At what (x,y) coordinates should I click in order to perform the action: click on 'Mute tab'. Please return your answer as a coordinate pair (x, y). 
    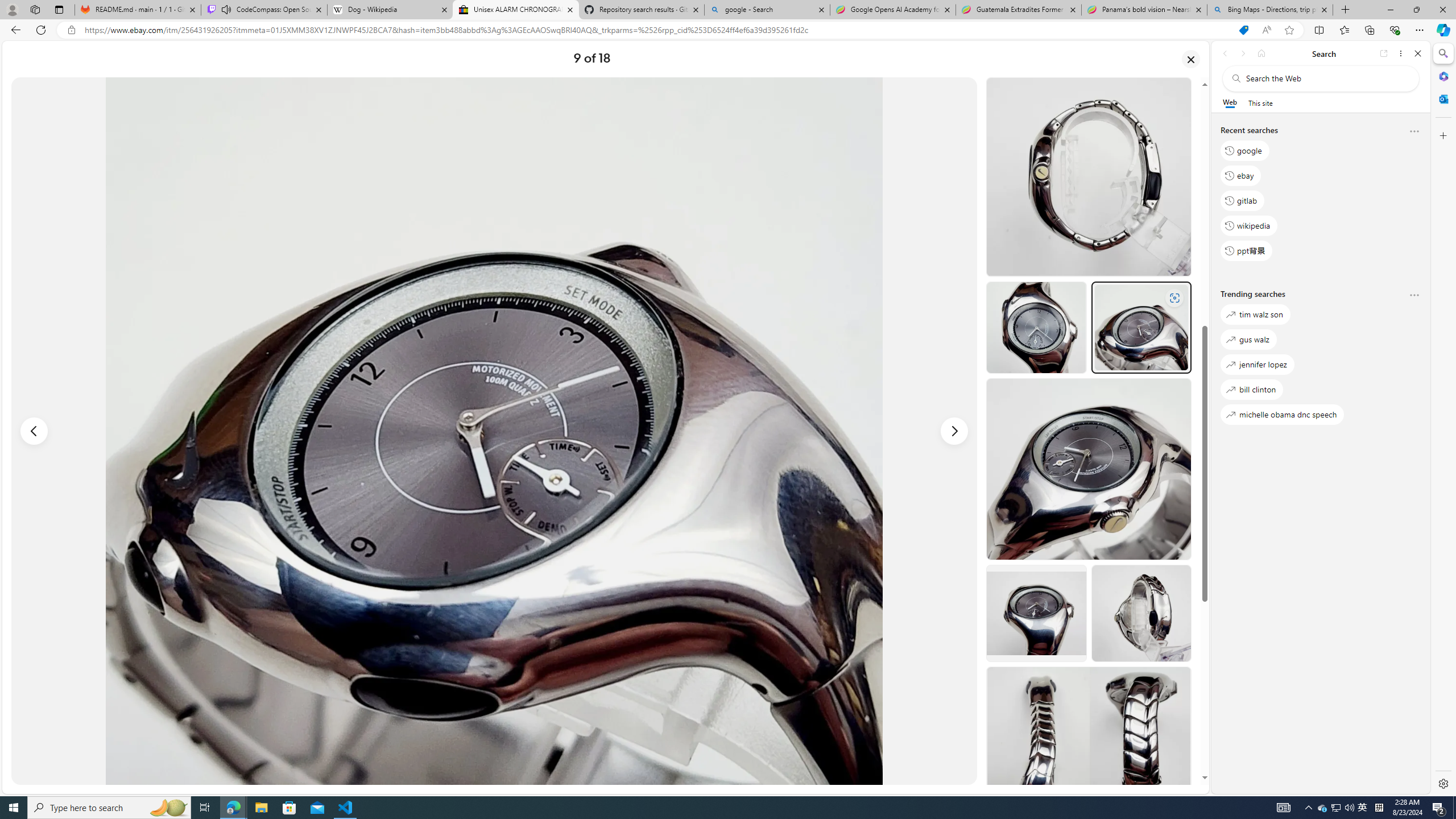
    Looking at the image, I should click on (226, 9).